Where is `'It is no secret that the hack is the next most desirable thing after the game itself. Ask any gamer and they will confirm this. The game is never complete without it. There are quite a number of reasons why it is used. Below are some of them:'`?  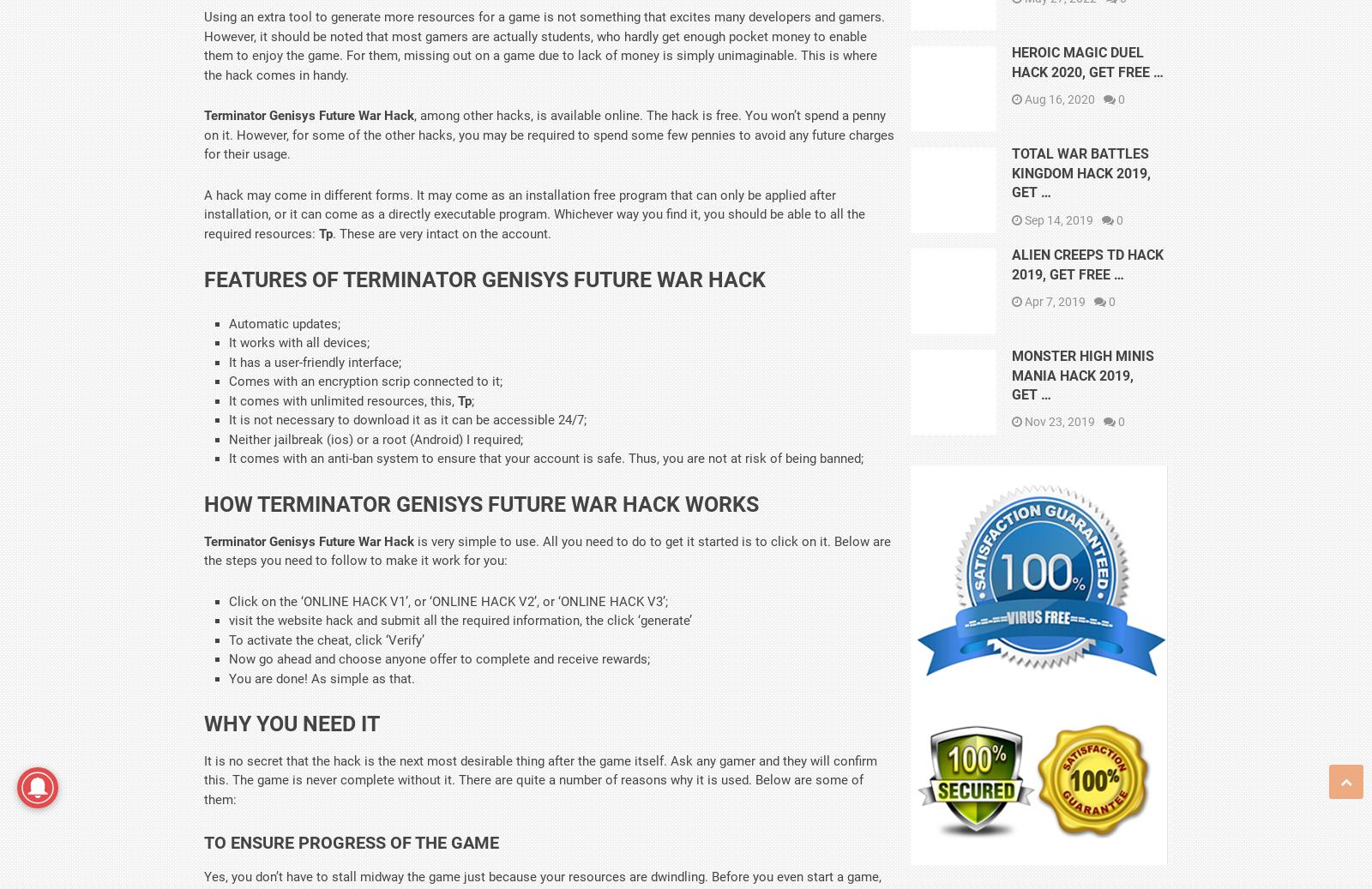 'It is no secret that the hack is the next most desirable thing after the game itself. Ask any gamer and they will confirm this. The game is never complete without it. There are quite a number of reasons why it is used. Below are some of them:' is located at coordinates (540, 779).